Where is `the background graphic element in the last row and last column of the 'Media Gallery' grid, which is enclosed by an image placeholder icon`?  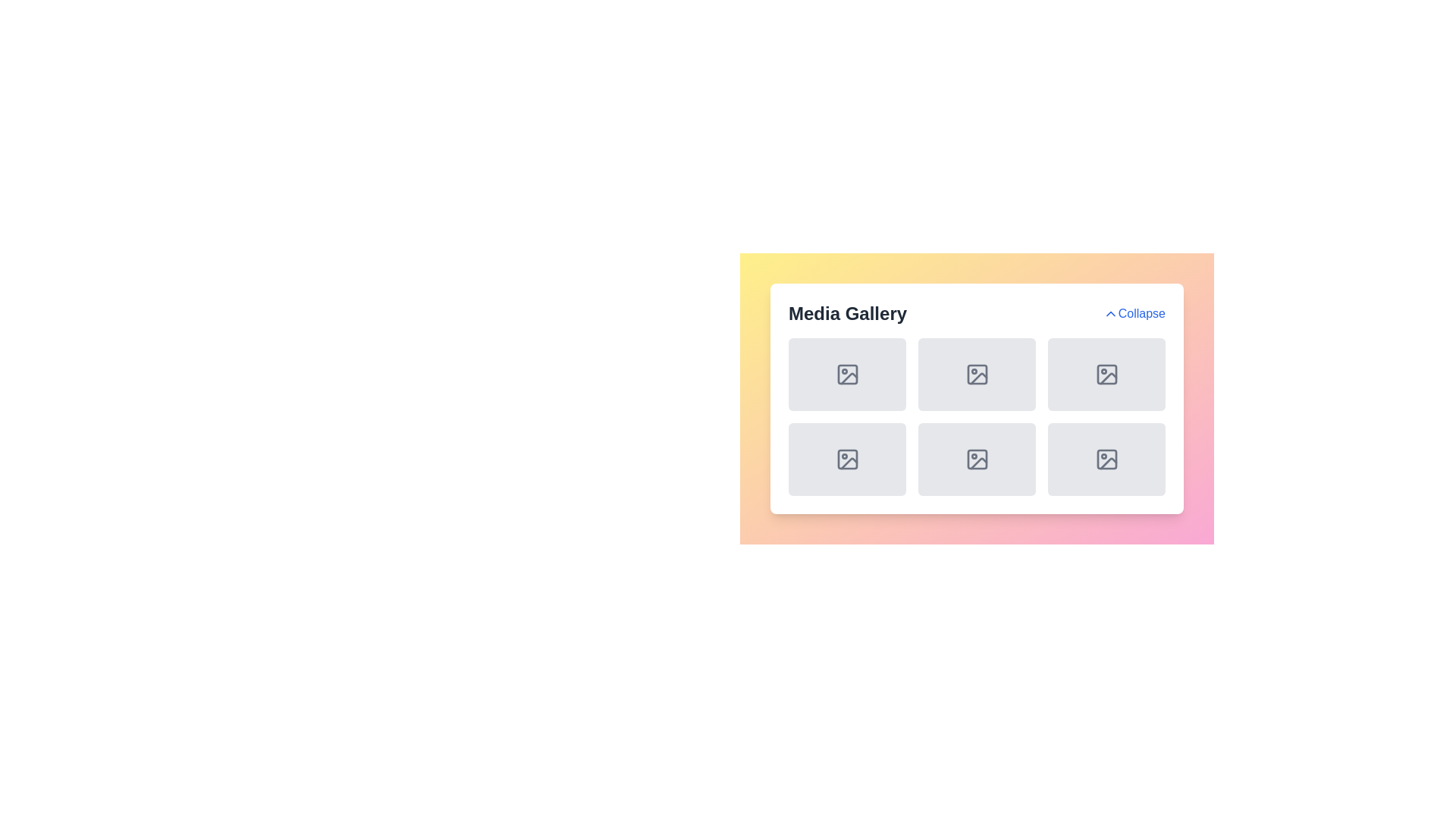 the background graphic element in the last row and last column of the 'Media Gallery' grid, which is enclosed by an image placeholder icon is located at coordinates (1106, 458).